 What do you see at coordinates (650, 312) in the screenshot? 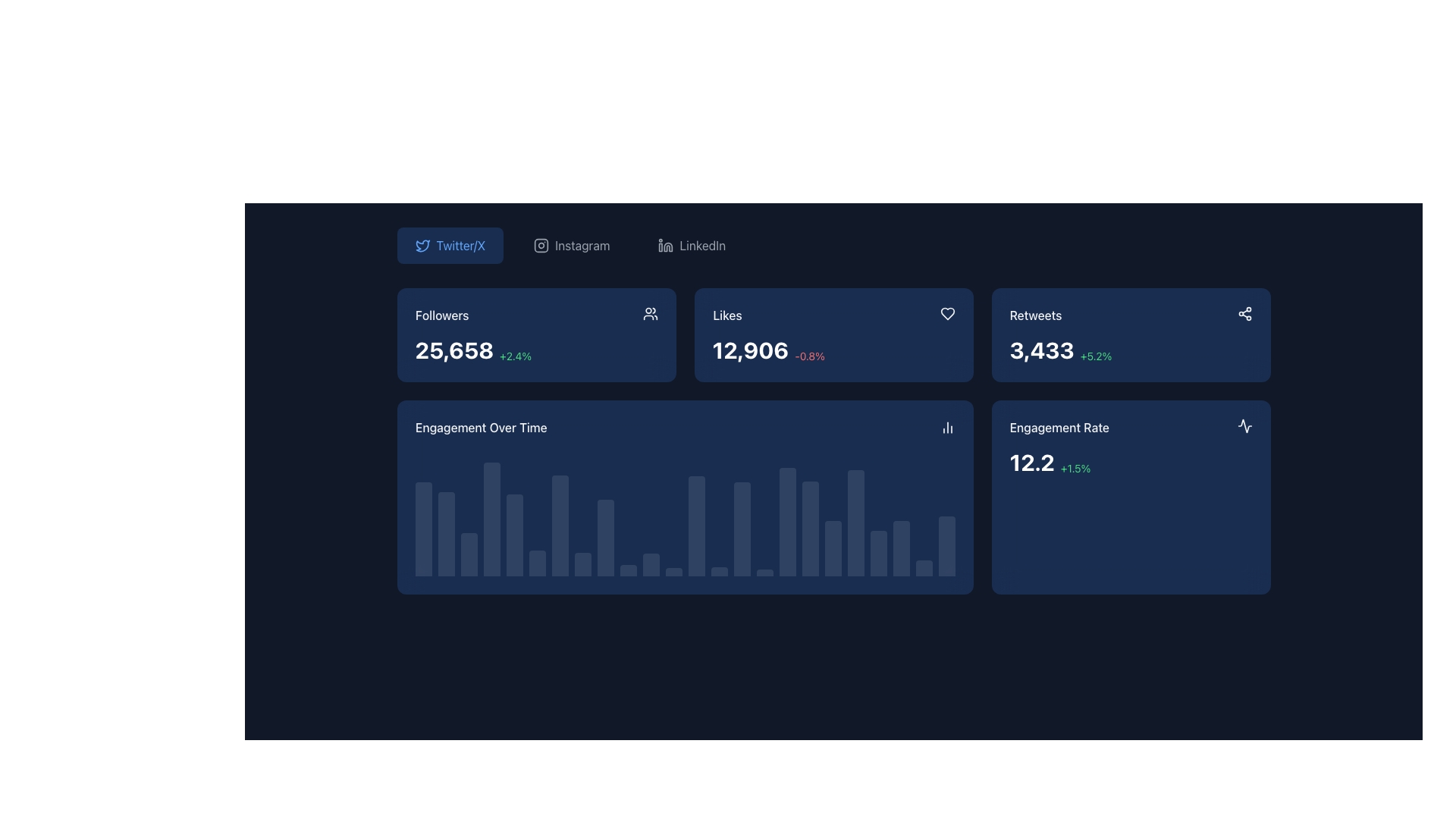
I see `the user group icon, which is depicted in an outlined style with two circular shapes representing heads and placed within a dark blue rectangular card labeled 'Followers.'` at bounding box center [650, 312].